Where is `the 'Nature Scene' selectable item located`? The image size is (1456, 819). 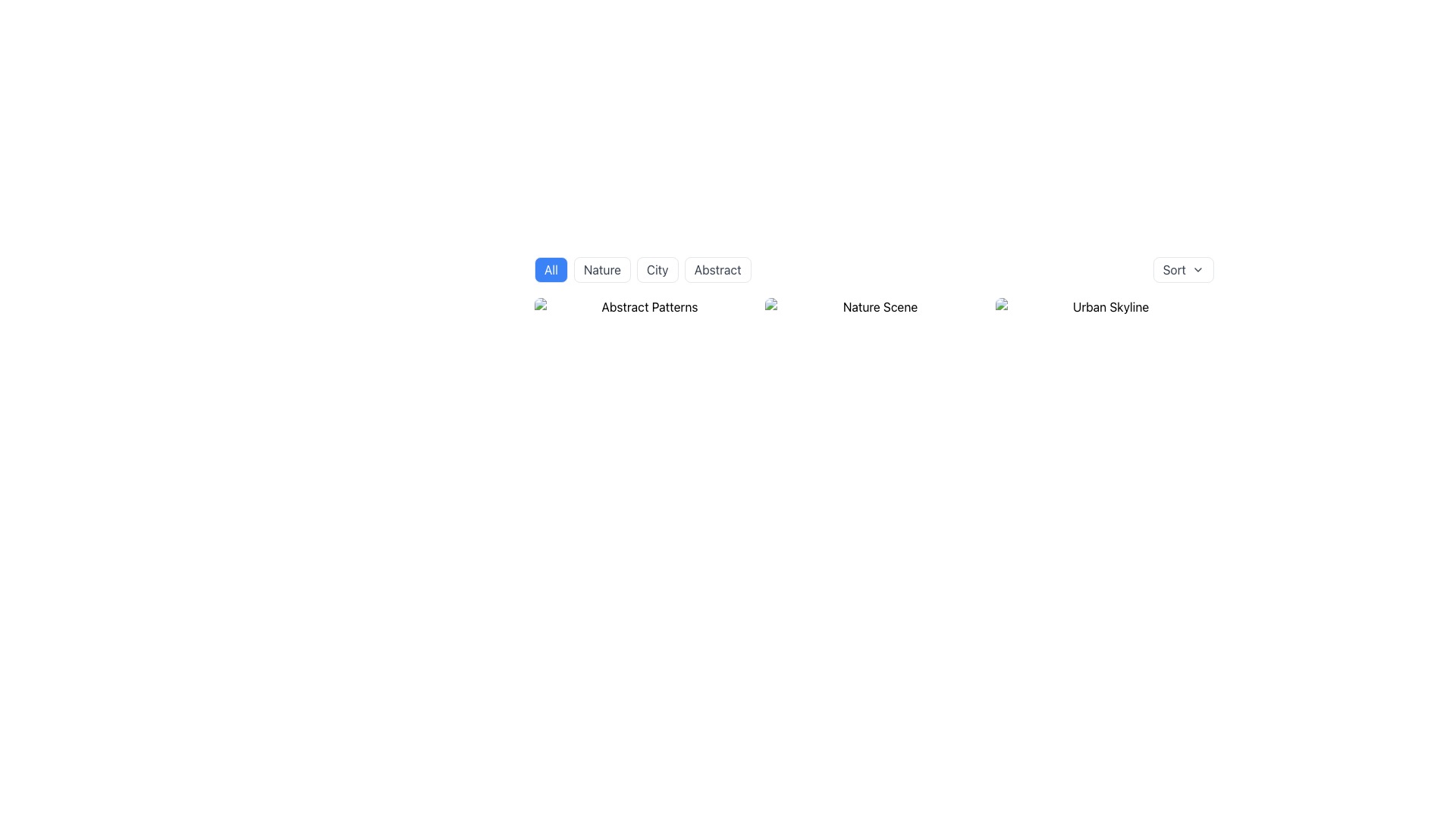
the 'Nature Scene' selectable item located is located at coordinates (874, 307).